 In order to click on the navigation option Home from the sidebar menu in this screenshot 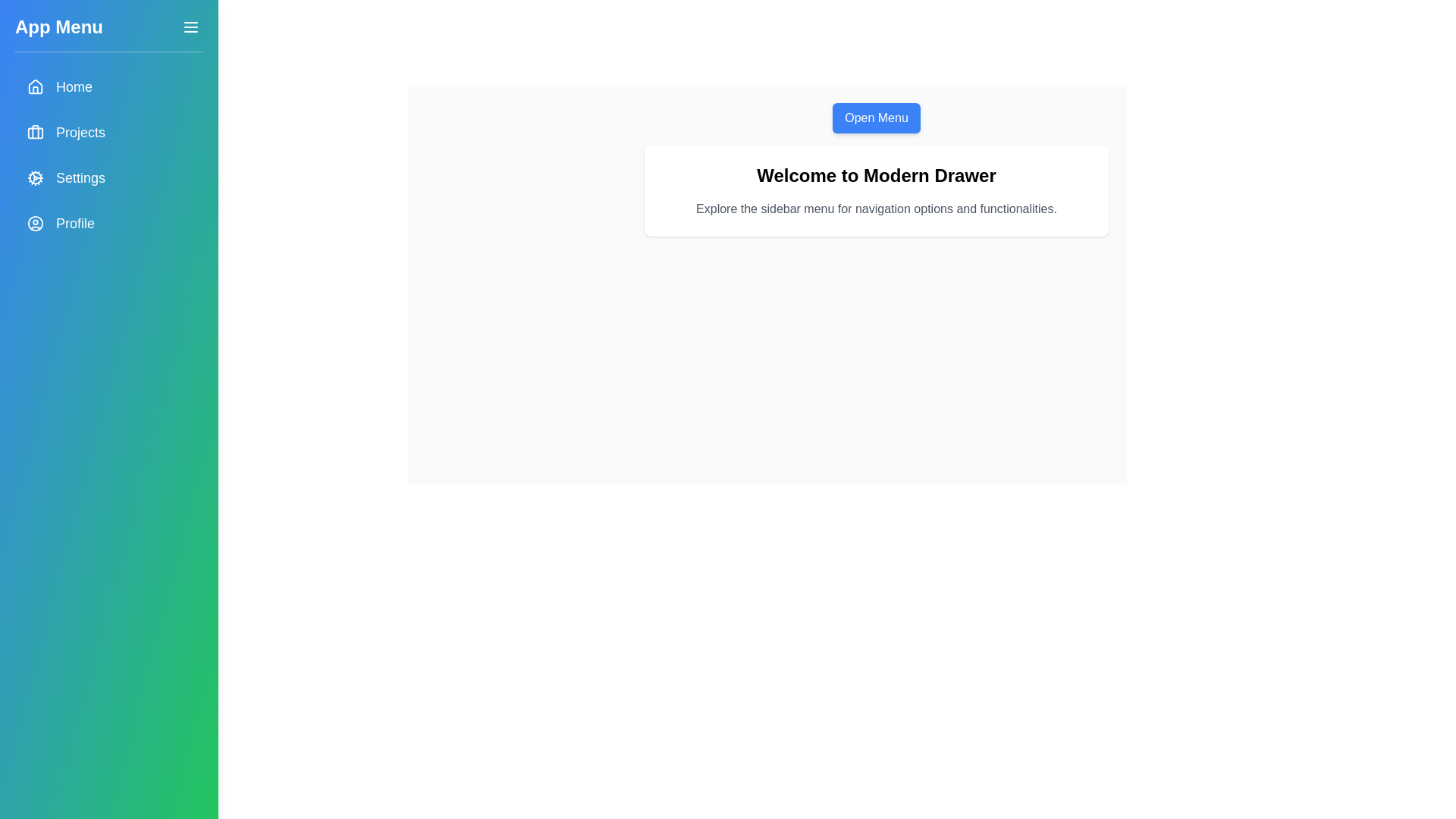, I will do `click(108, 87)`.